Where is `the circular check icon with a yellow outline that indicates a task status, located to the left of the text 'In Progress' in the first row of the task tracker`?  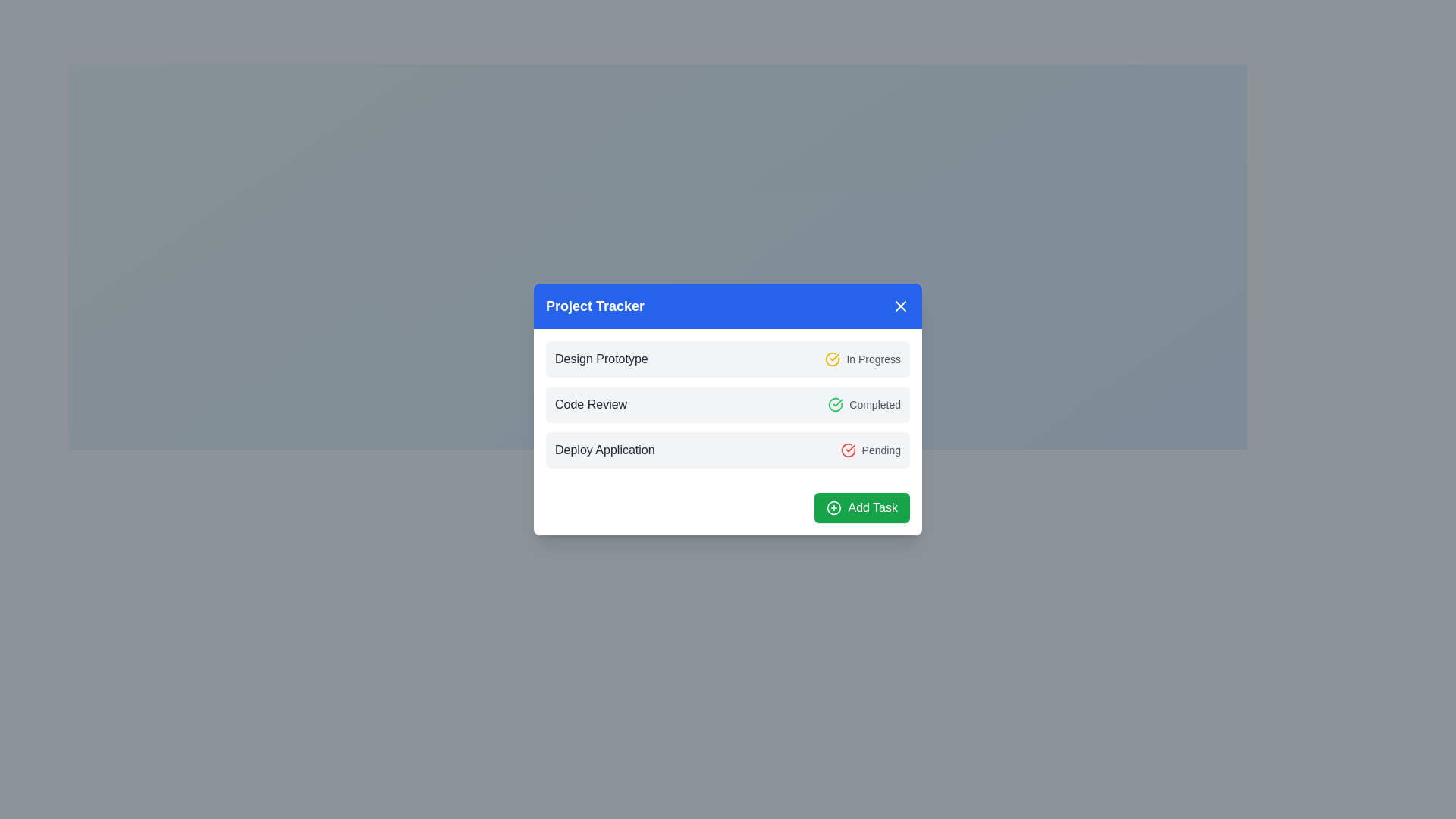 the circular check icon with a yellow outline that indicates a task status, located to the left of the text 'In Progress' in the first row of the task tracker is located at coordinates (832, 359).